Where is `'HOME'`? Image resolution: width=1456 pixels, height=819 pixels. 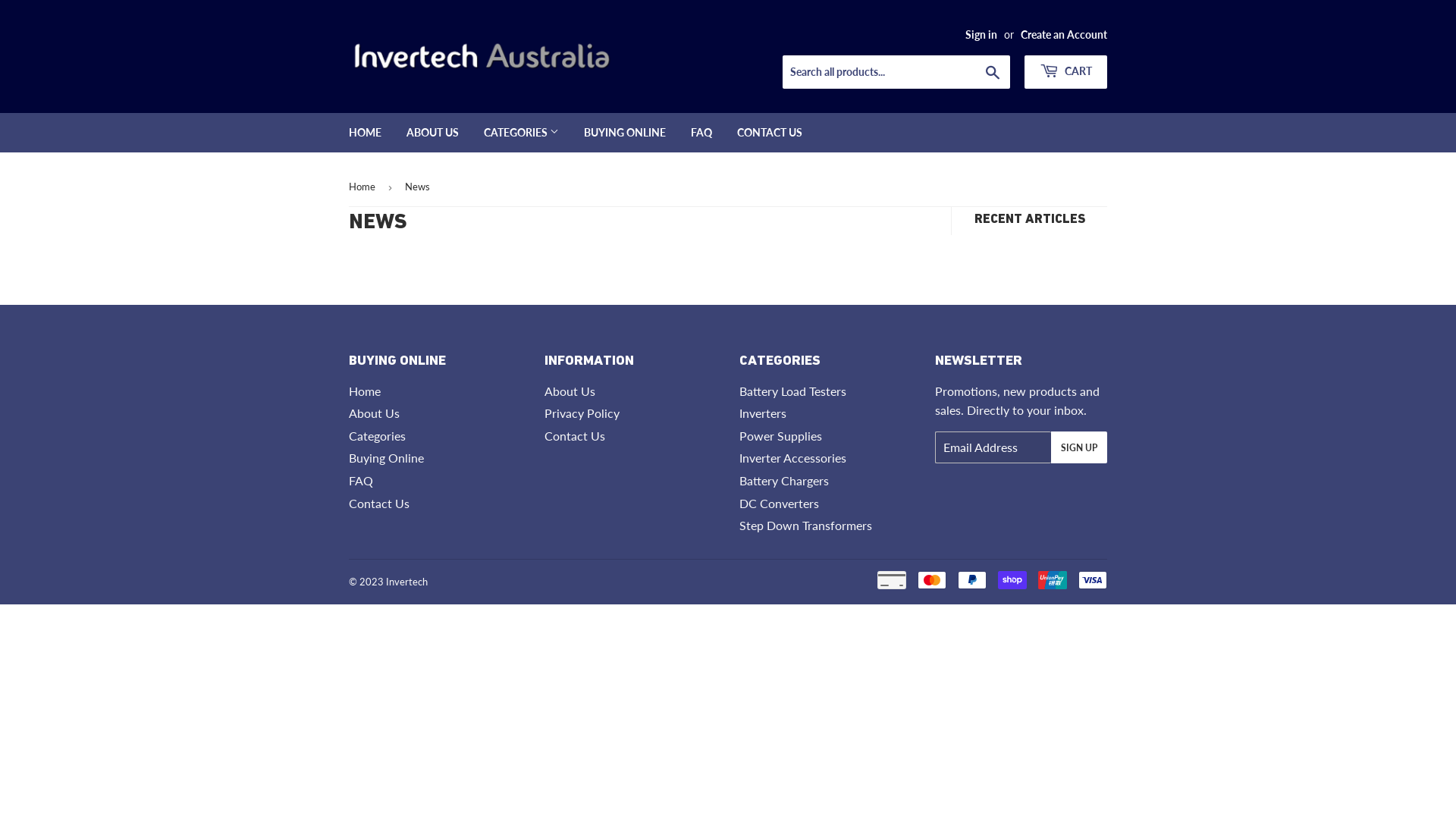 'HOME' is located at coordinates (365, 131).